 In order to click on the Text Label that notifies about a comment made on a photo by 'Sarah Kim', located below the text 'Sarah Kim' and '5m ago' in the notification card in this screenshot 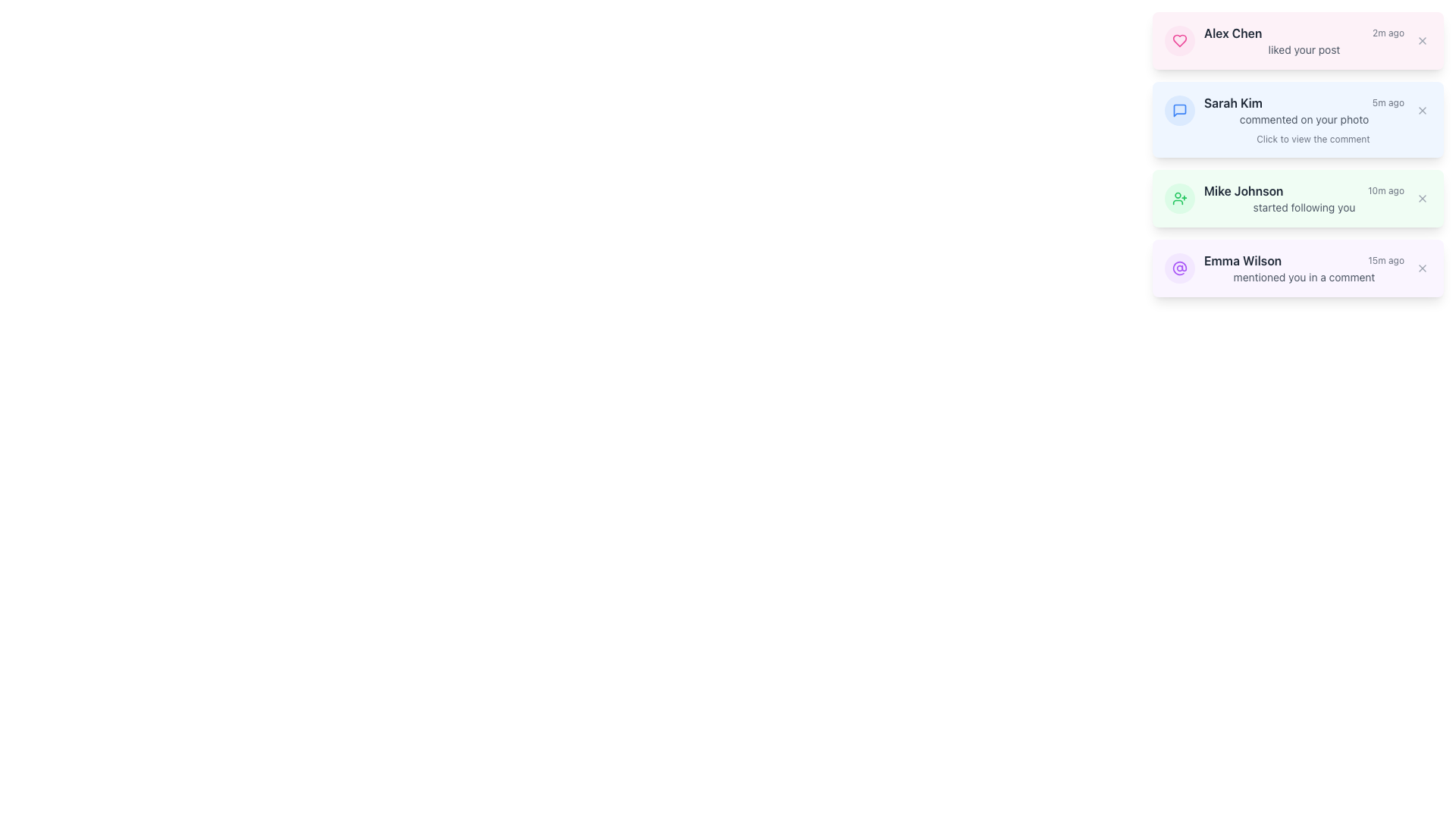, I will do `click(1303, 119)`.